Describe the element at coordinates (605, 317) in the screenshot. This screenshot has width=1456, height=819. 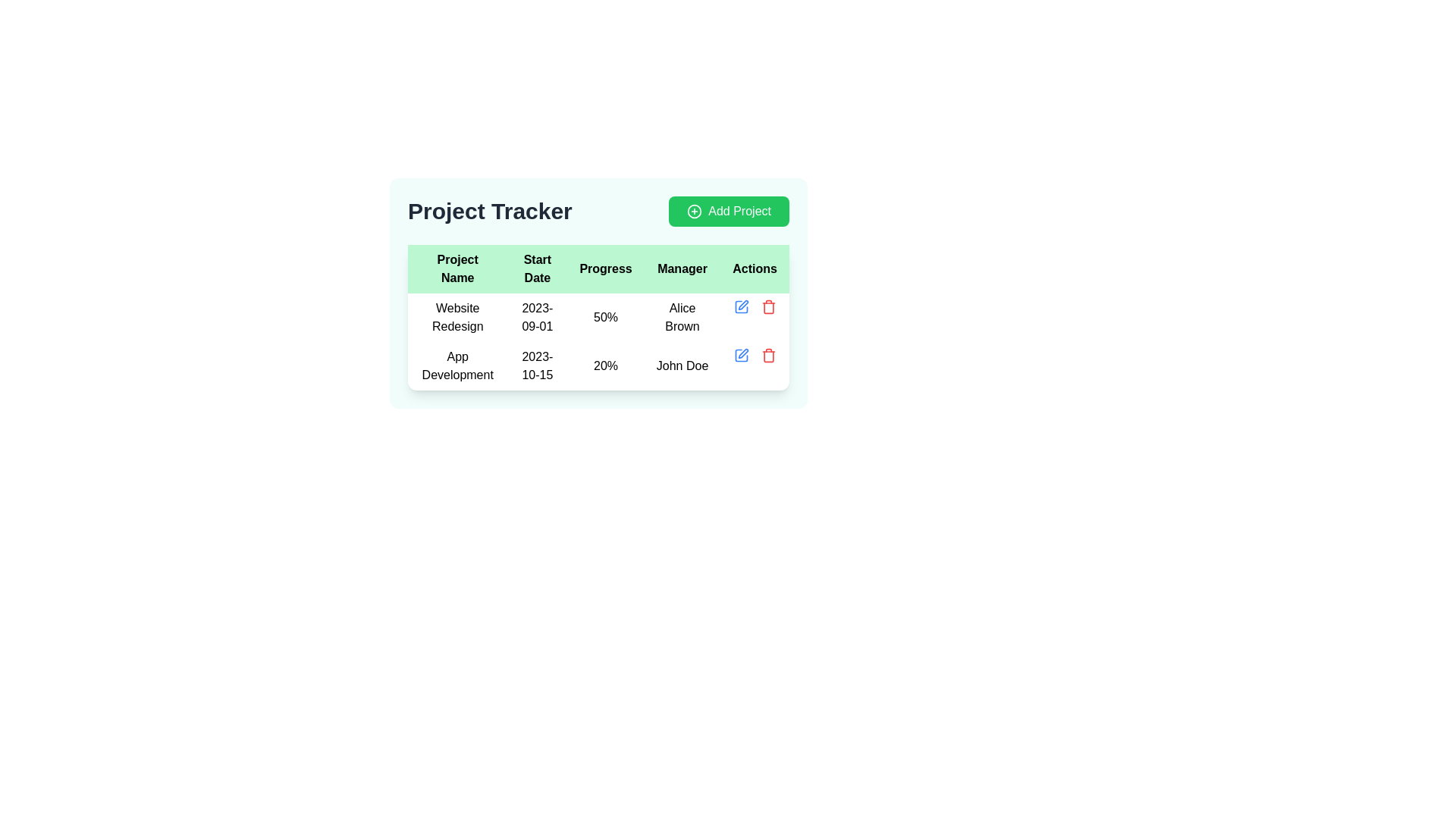
I see `the text display showing '50%' in bold black font, located in the 'Progress' column of the first row in the table` at that location.